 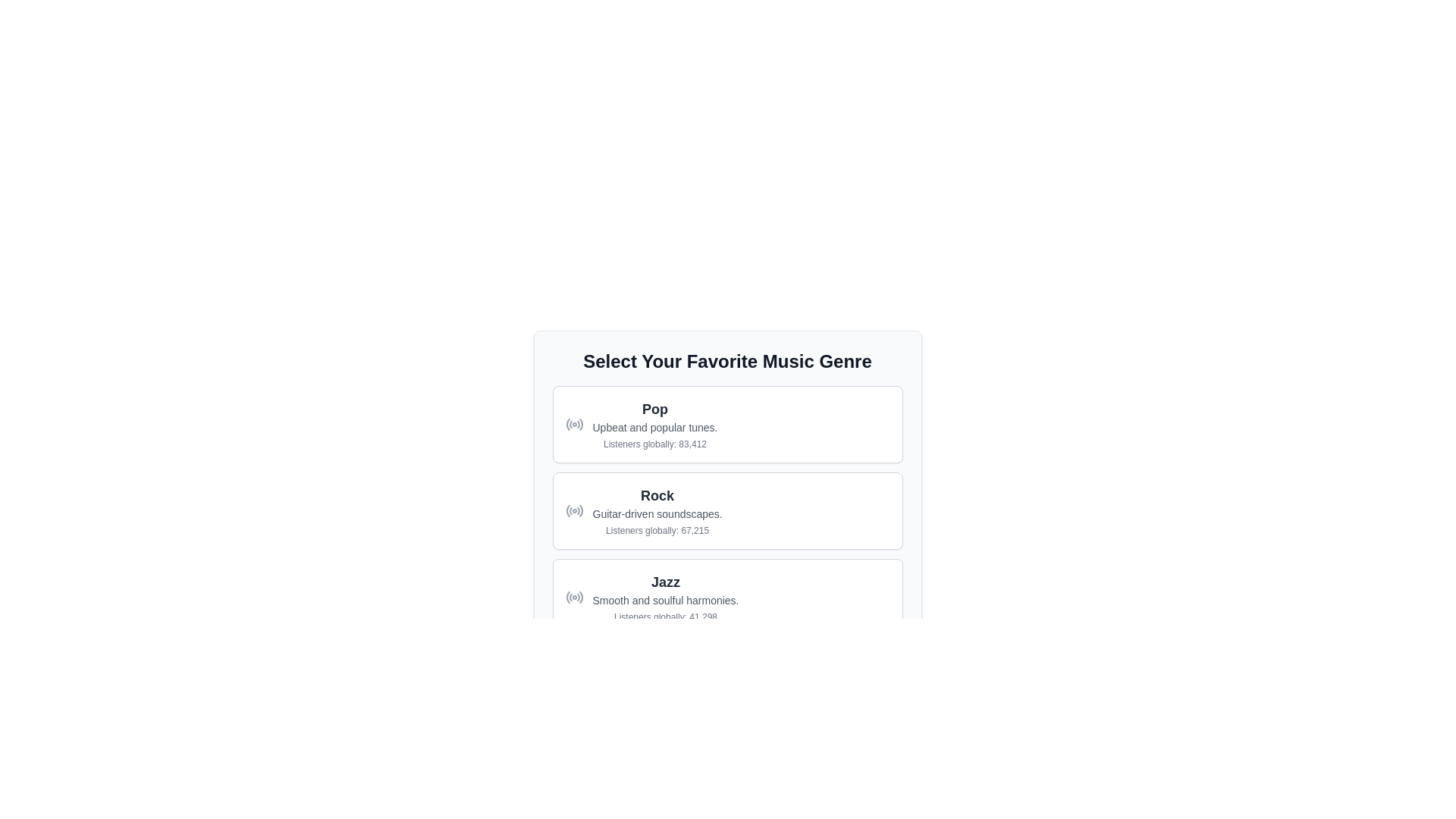 I want to click on the text label indicating the music genre 'Pop', which is positioned at the uppermost part of the card, so click(x=655, y=409).